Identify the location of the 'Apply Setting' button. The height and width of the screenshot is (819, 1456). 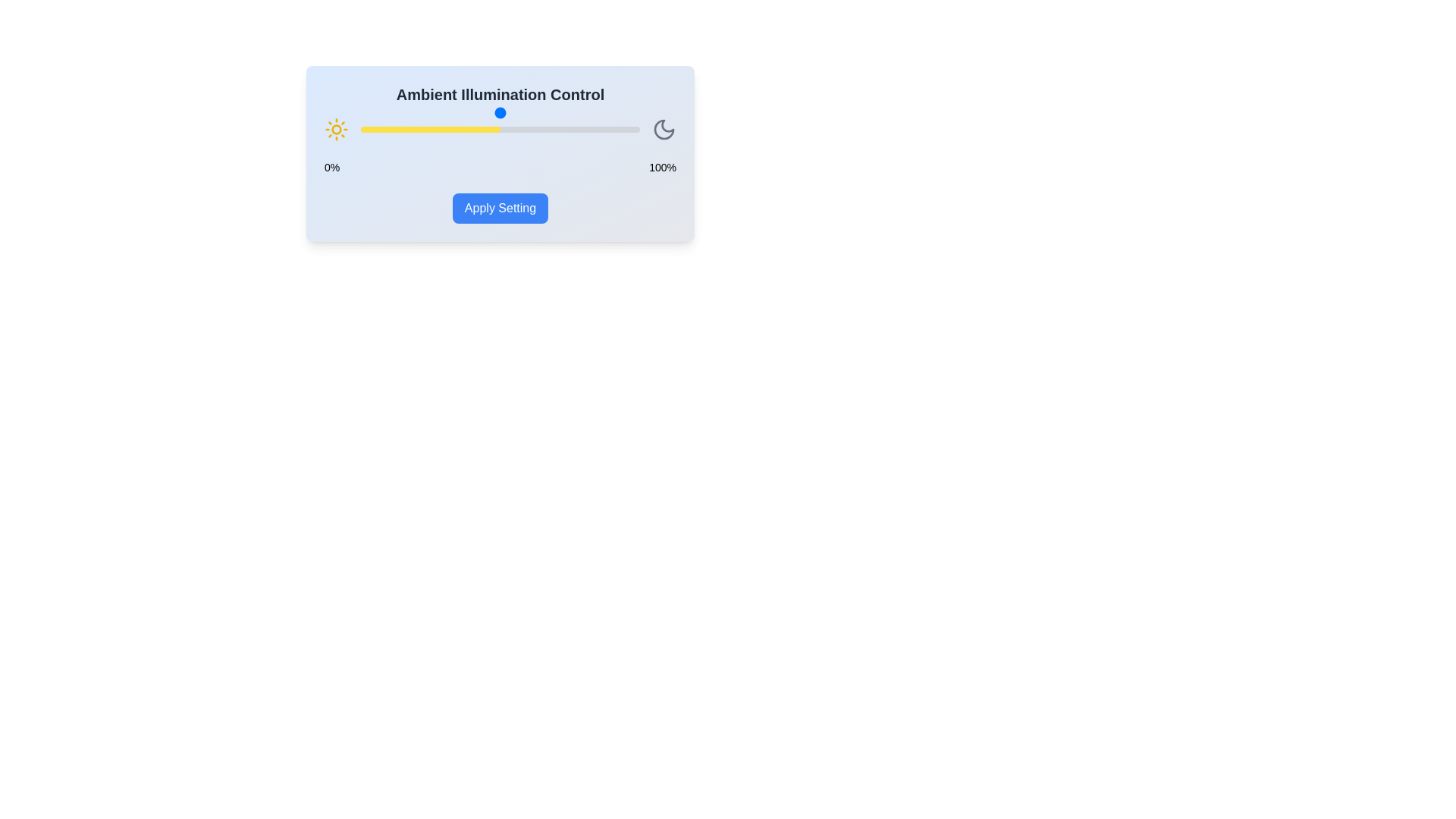
(500, 208).